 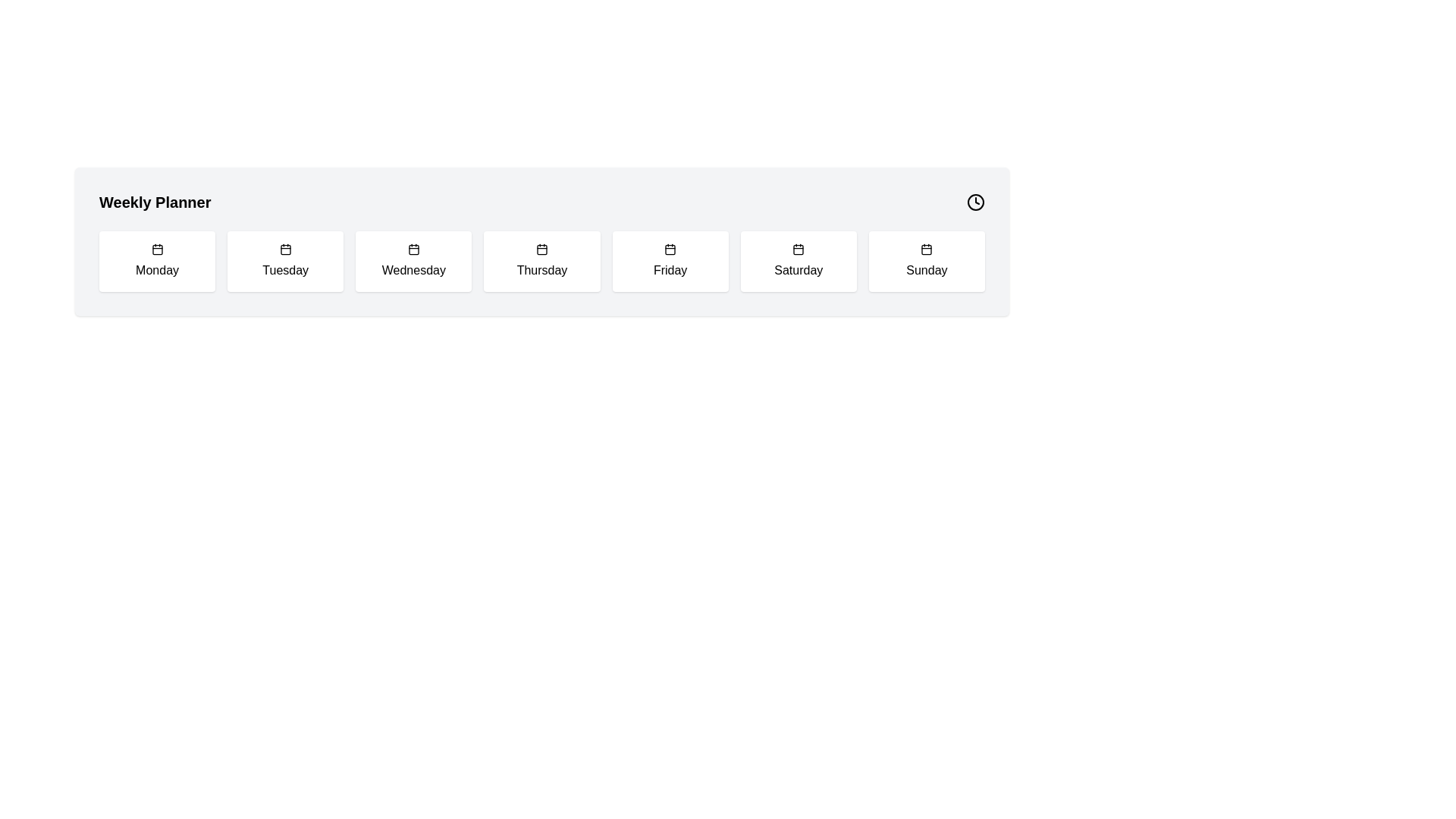 I want to click on the Saturday calendar icon, which is a small rectangular icon with rounded corners highlighted in red, so click(x=798, y=249).